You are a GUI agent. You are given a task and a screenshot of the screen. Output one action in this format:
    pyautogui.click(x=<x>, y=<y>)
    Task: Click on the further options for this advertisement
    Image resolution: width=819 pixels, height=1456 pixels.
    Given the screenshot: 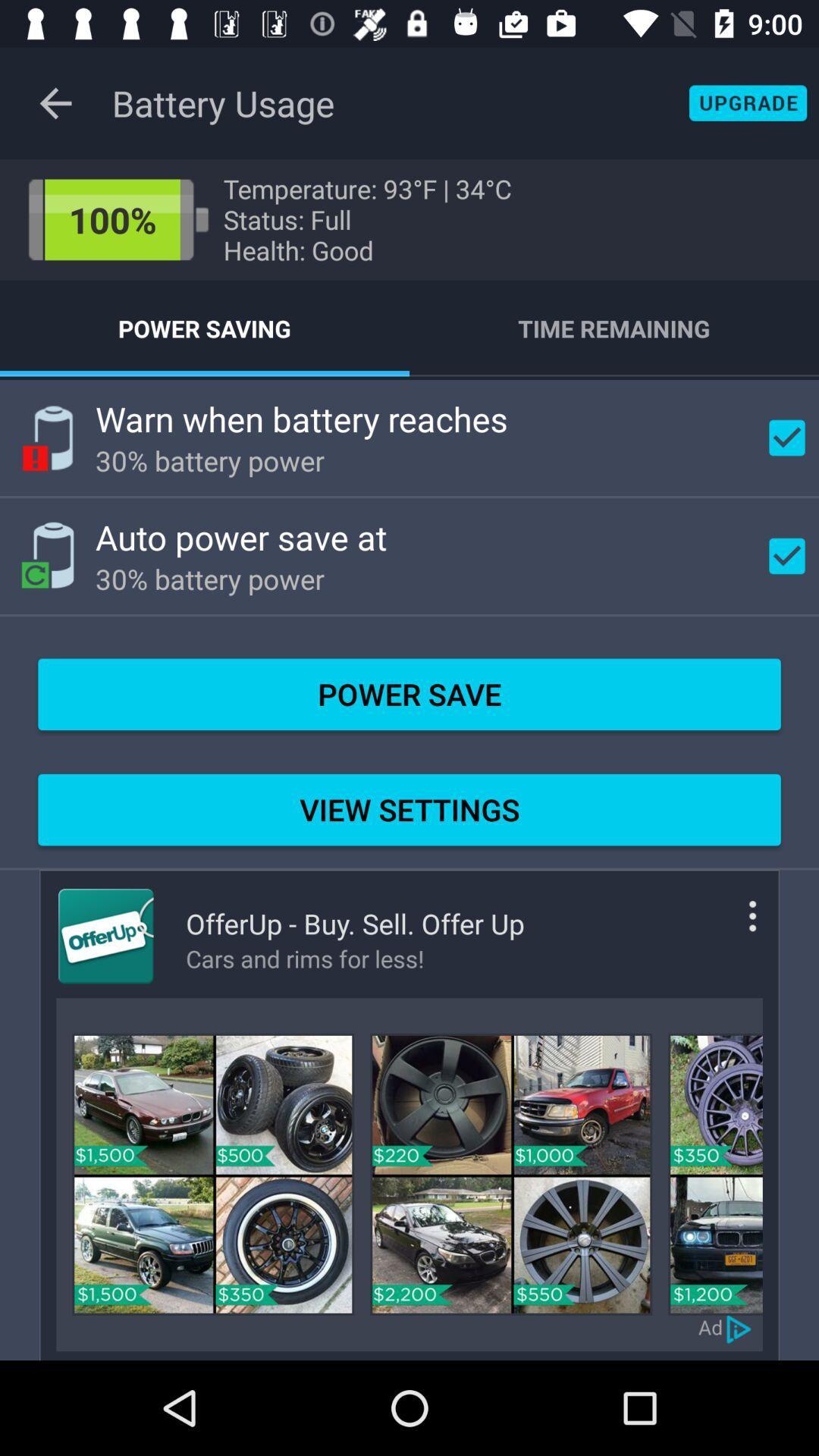 What is the action you would take?
    pyautogui.click(x=730, y=927)
    